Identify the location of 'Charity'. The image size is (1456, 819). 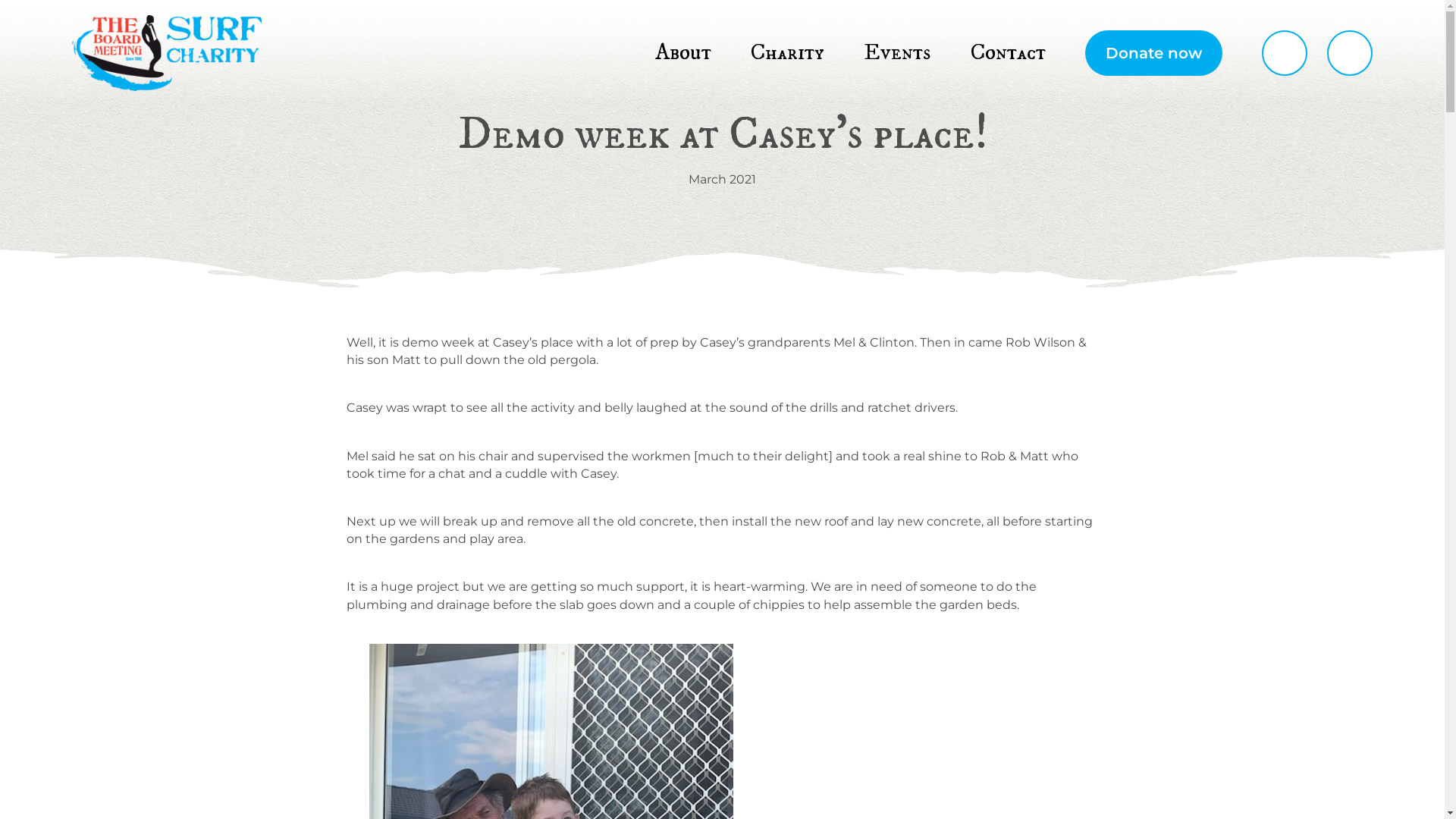
(787, 52).